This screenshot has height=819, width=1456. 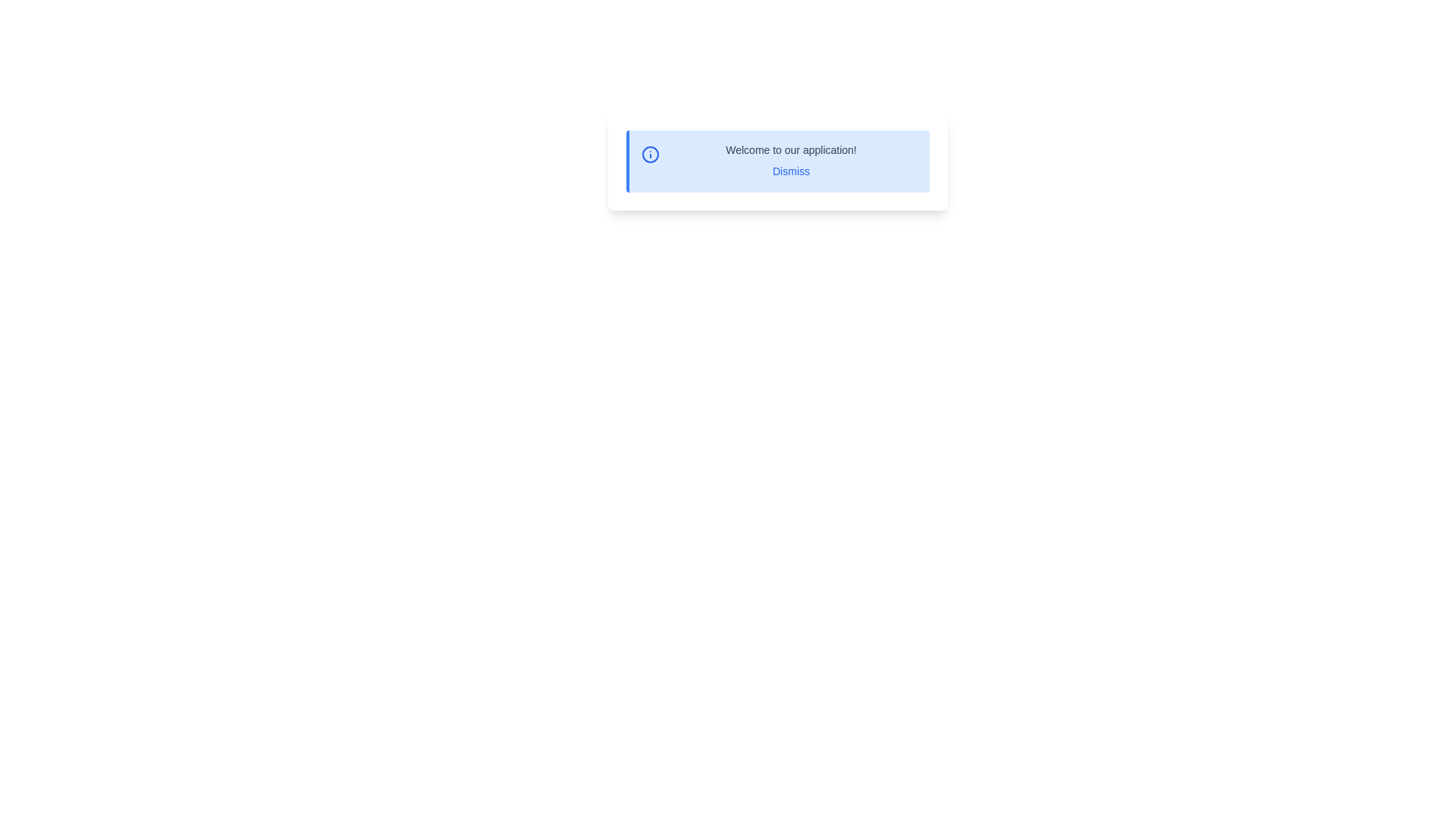 I want to click on the Notification box that contains informational text and a dismiss option to observe potential effects, so click(x=777, y=161).